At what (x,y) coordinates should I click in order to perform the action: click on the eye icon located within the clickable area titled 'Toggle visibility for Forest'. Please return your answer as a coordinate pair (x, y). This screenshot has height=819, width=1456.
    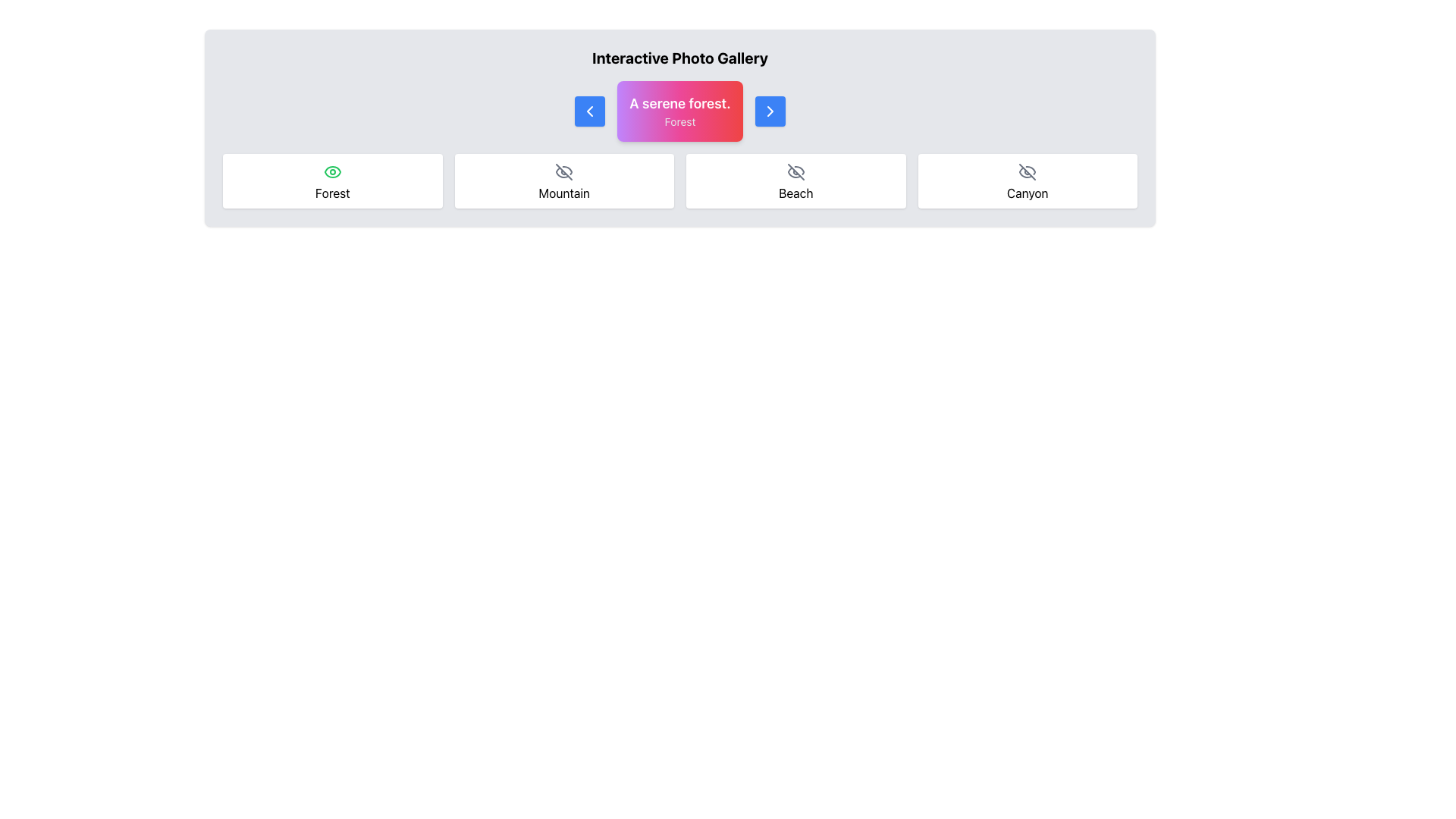
    Looking at the image, I should click on (331, 171).